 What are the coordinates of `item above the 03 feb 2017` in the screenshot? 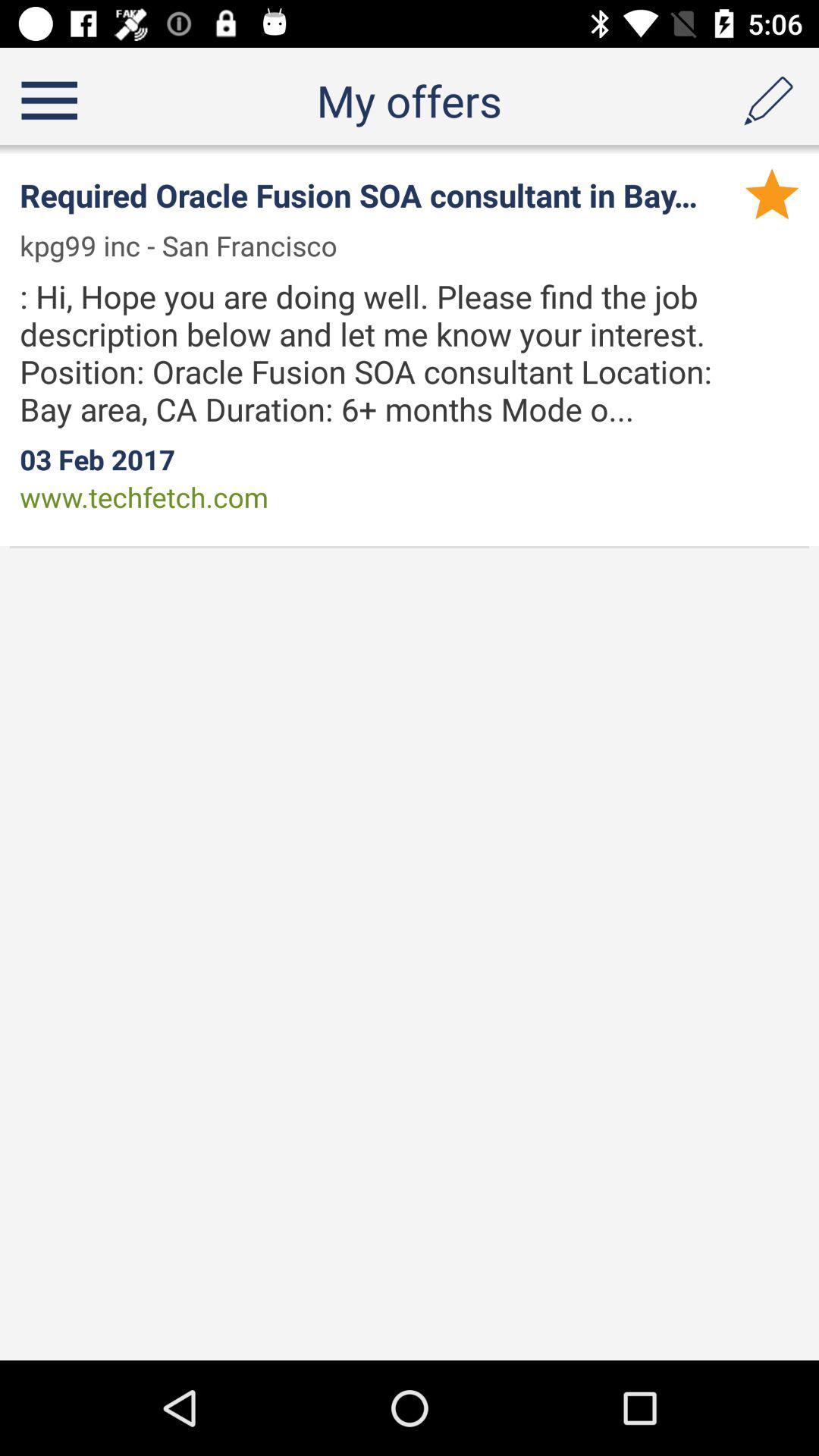 It's located at (394, 352).